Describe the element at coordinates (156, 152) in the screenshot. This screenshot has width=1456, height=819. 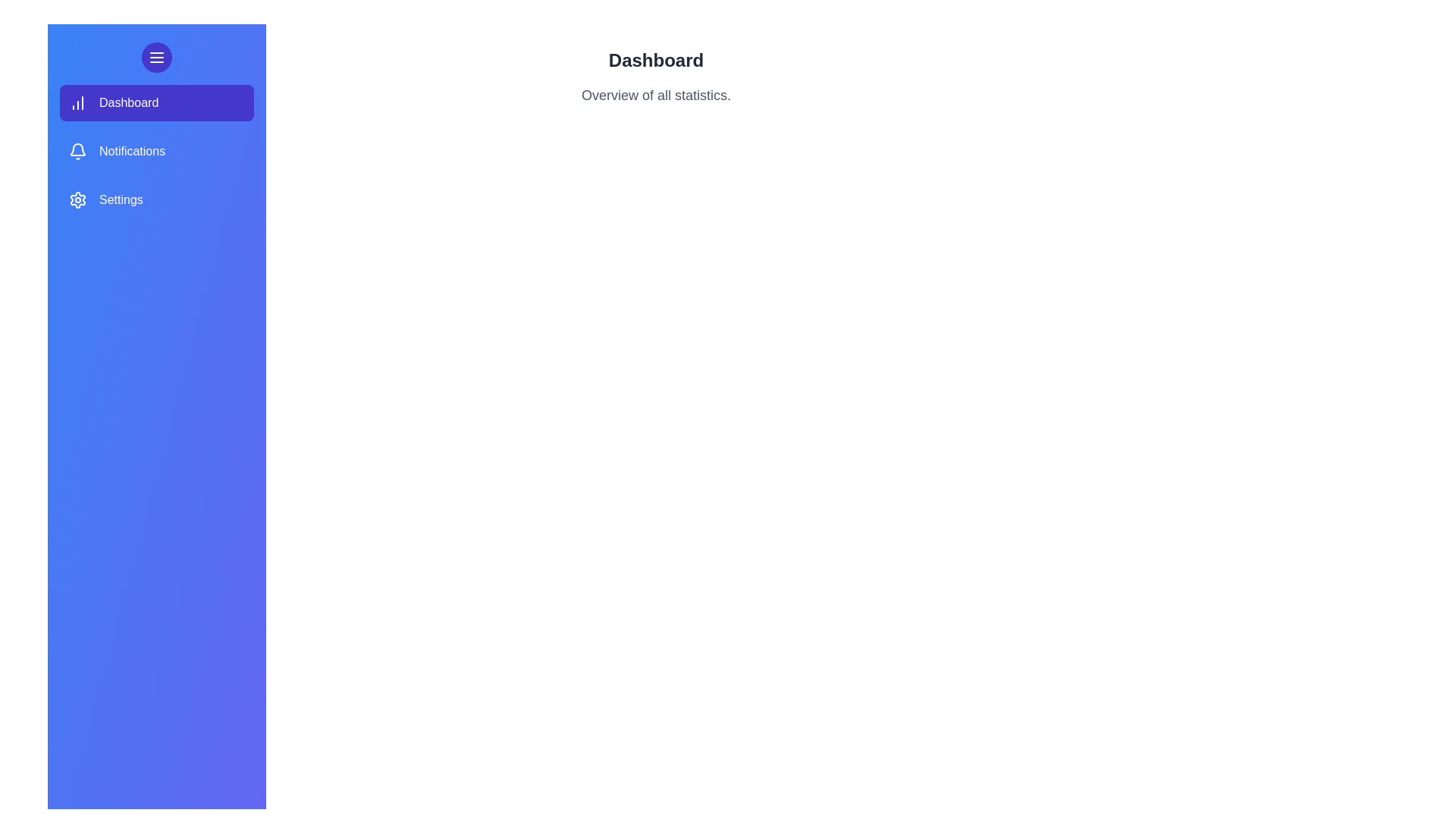
I see `the tab Notifications from the side menu` at that location.